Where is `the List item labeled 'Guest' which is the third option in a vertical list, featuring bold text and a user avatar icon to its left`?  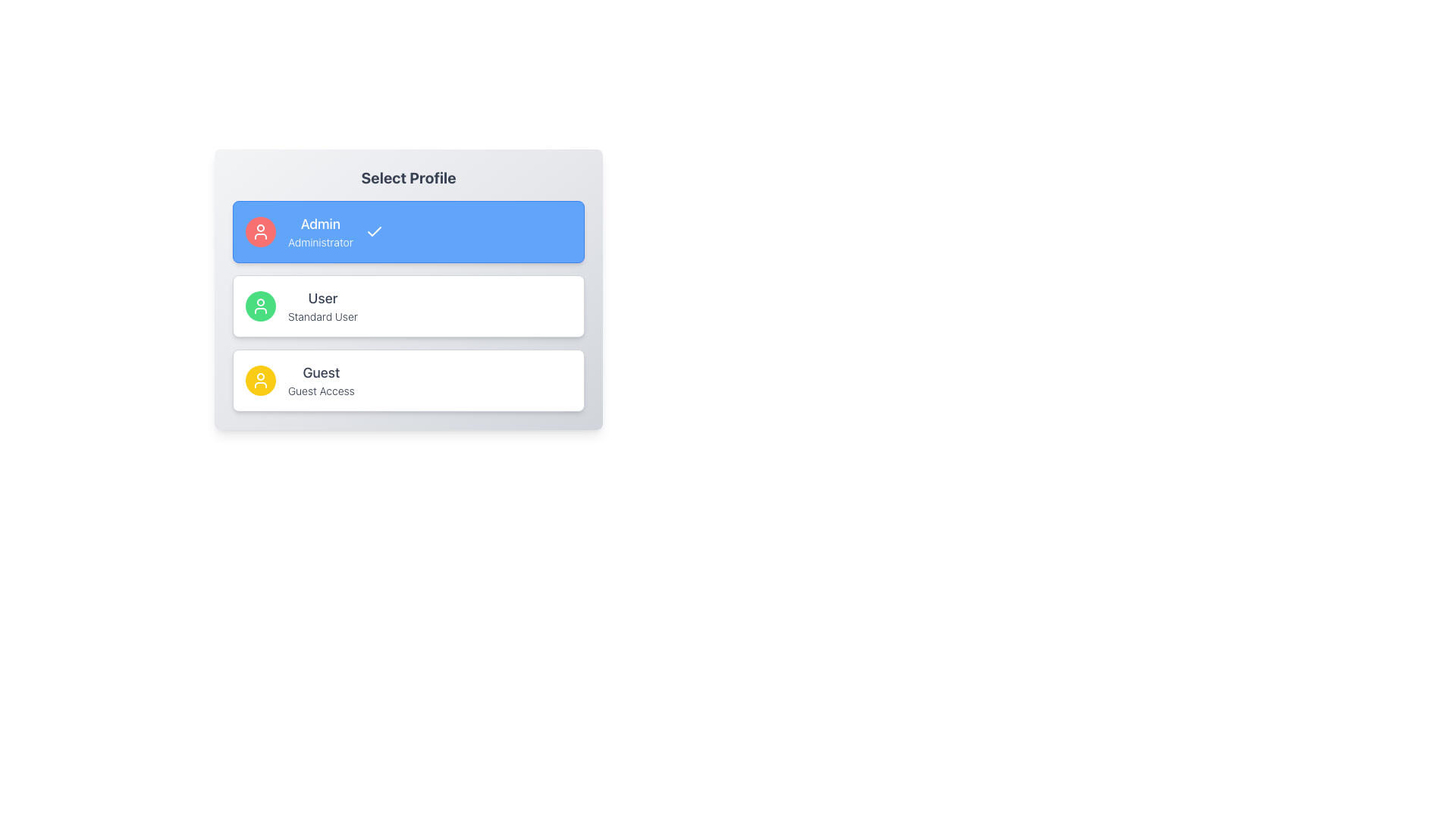 the List item labeled 'Guest' which is the third option in a vertical list, featuring bold text and a user avatar icon to its left is located at coordinates (320, 379).